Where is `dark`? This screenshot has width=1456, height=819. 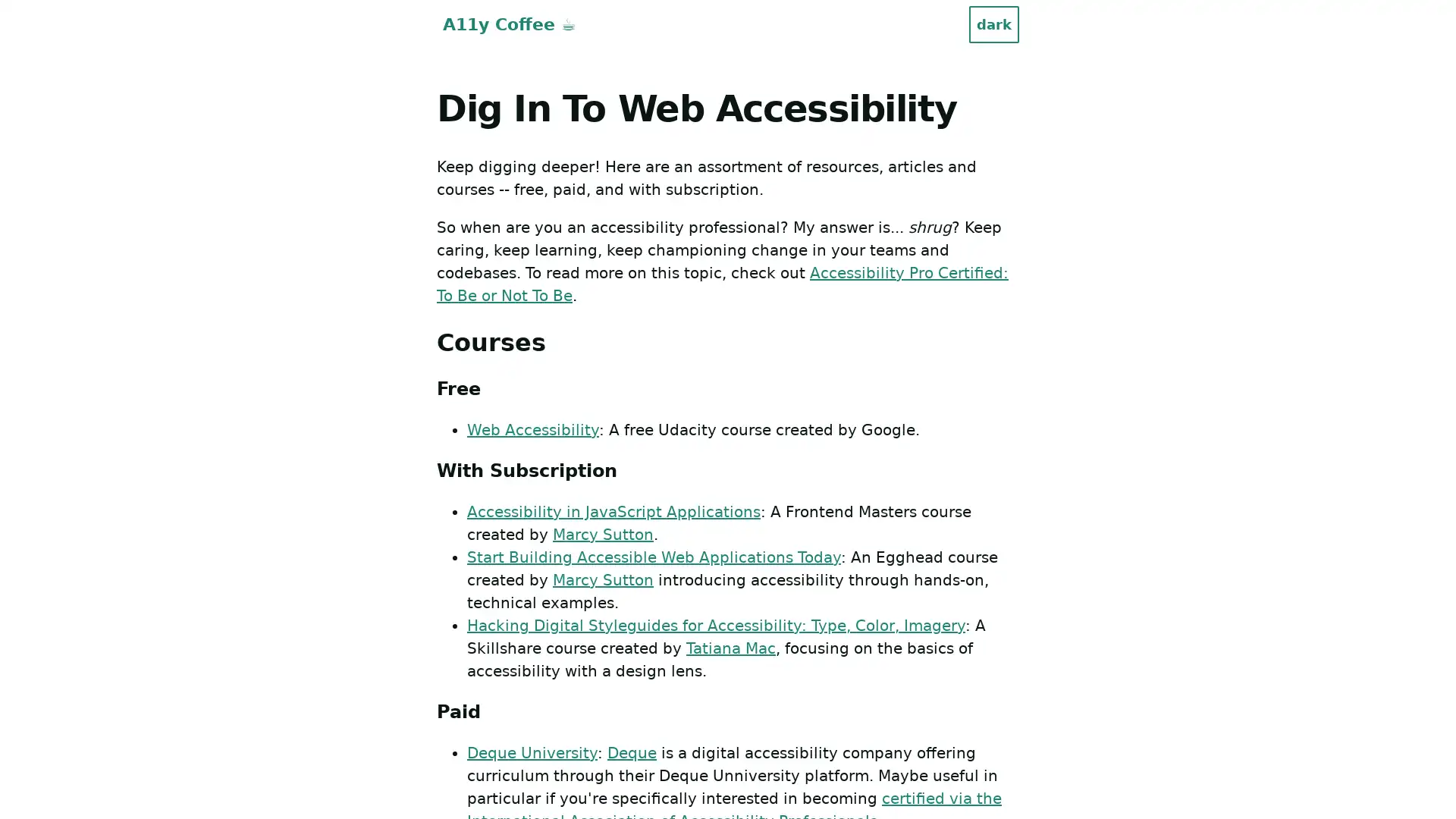
dark is located at coordinates (993, 24).